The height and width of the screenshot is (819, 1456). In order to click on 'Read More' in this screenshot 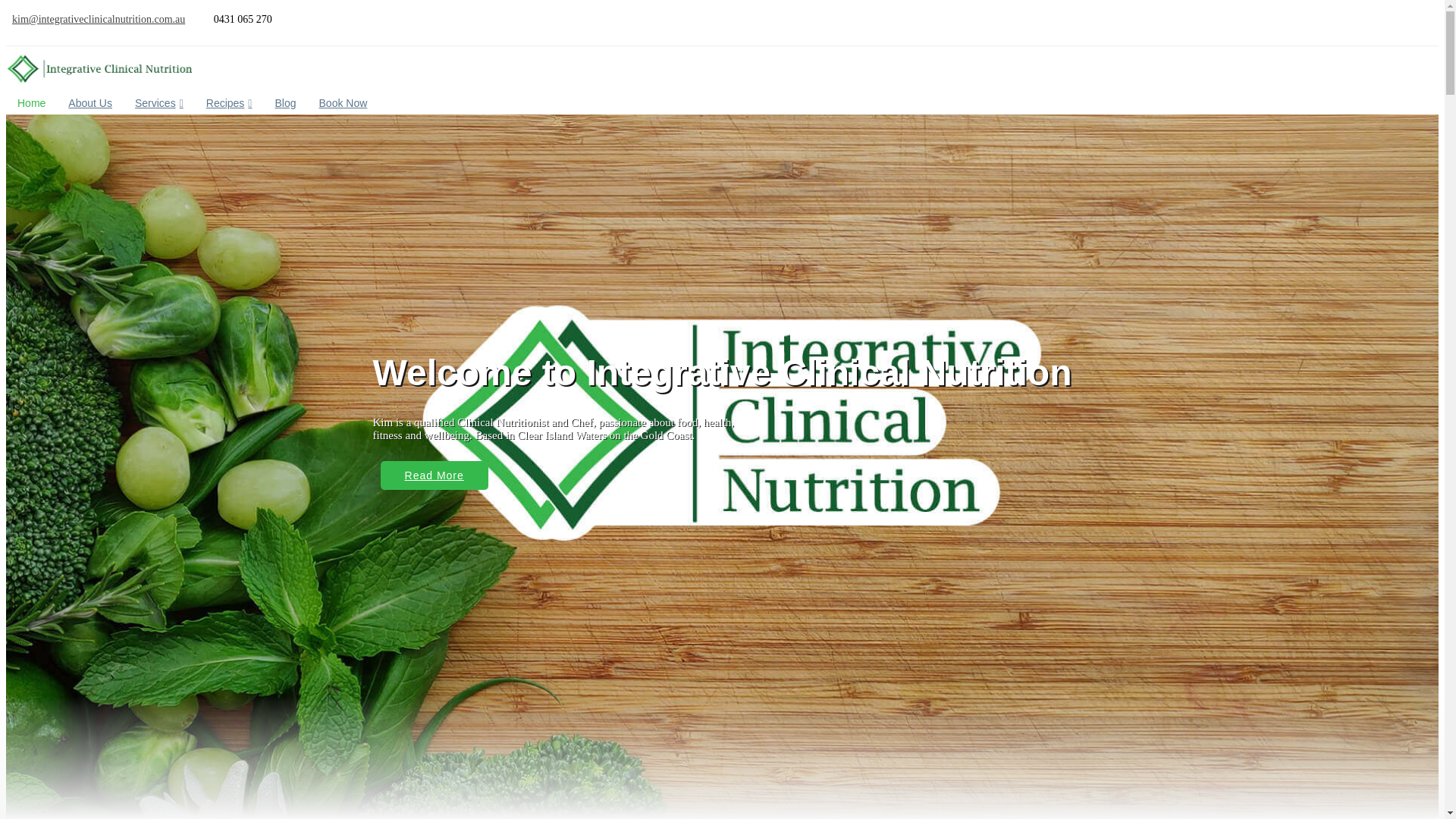, I will do `click(433, 475)`.